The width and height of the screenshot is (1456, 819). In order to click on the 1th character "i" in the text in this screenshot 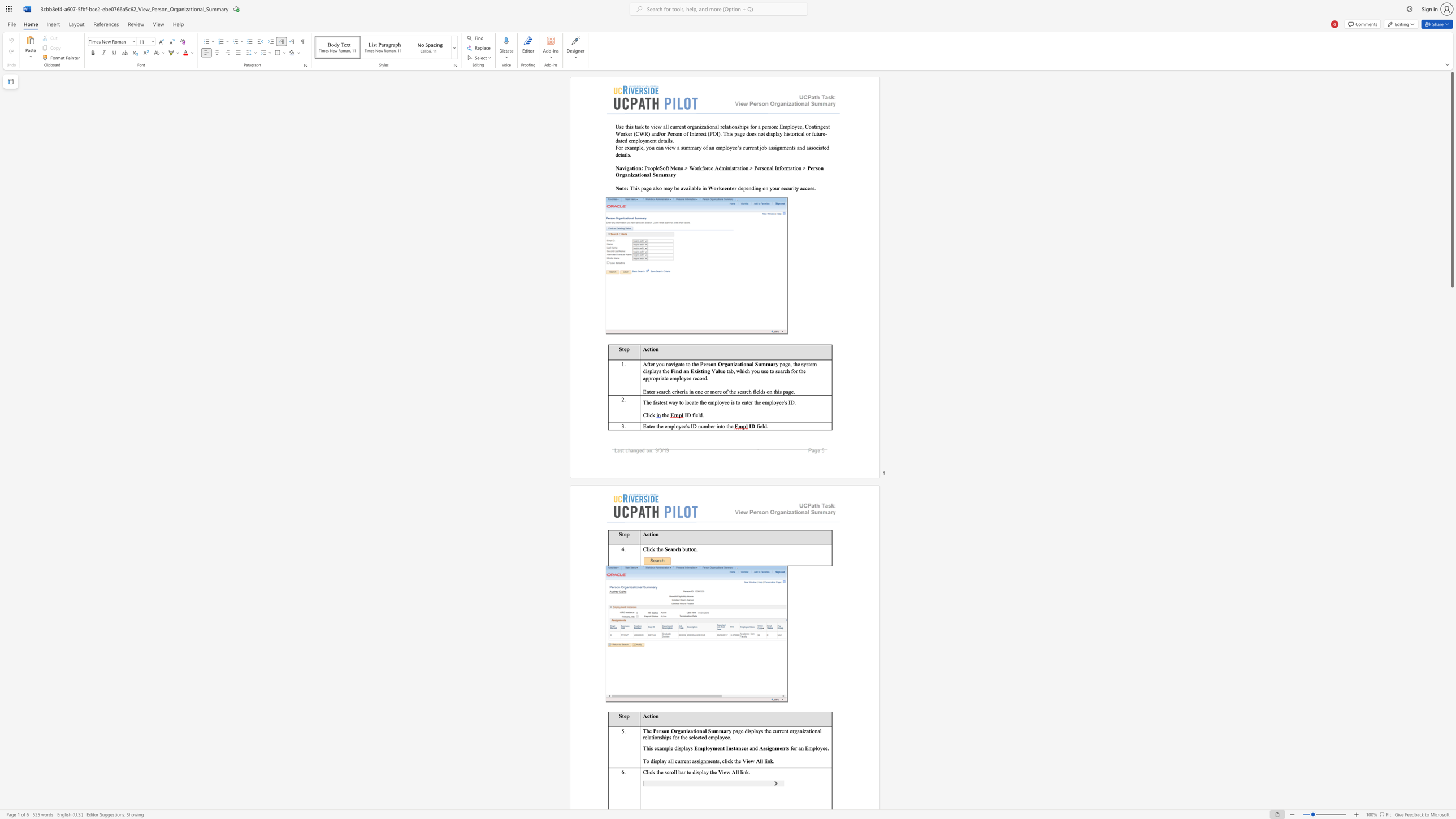, I will do `click(668, 147)`.